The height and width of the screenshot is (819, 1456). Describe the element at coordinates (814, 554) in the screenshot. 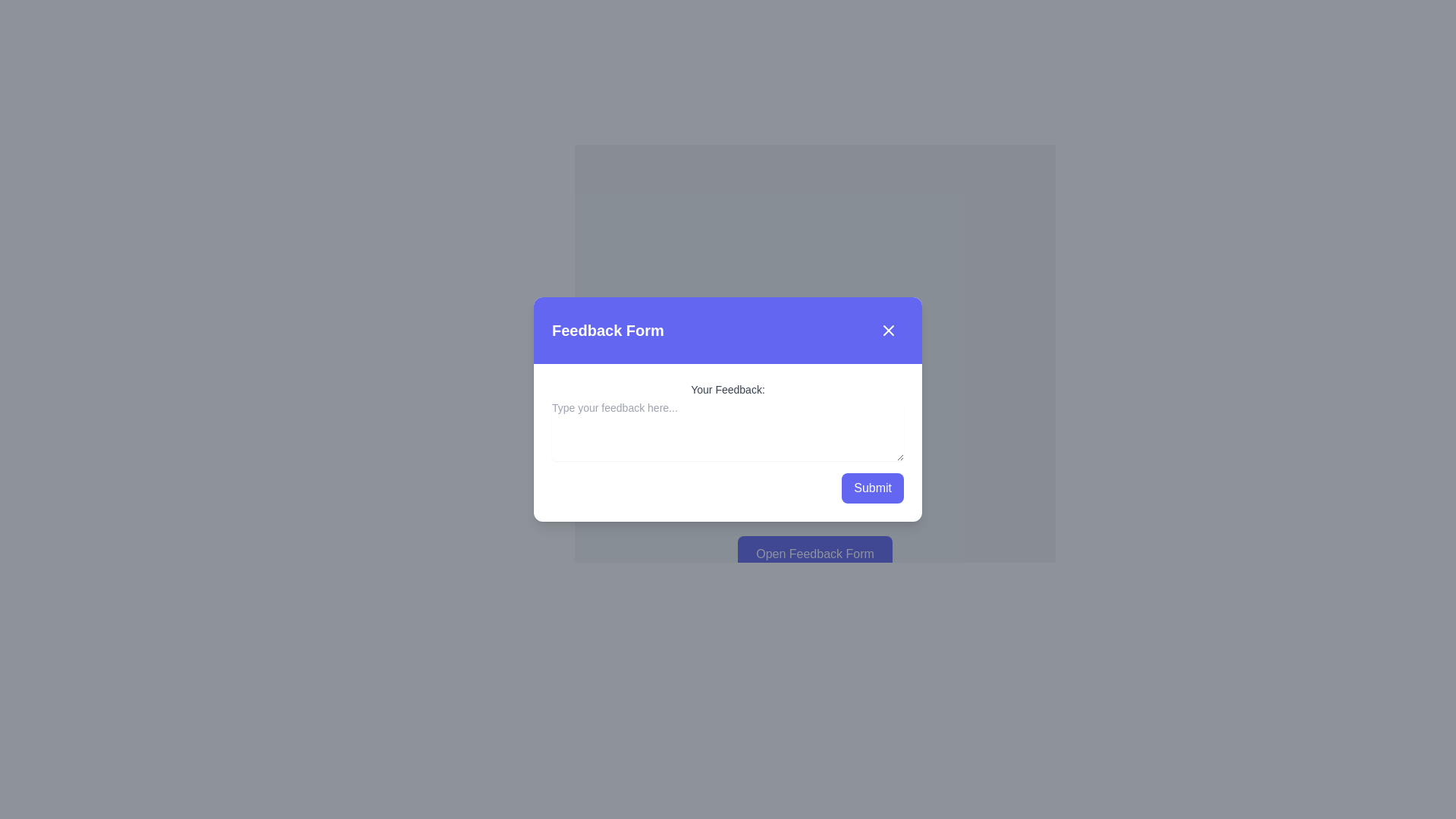

I see `the button that opens the feedback form interface, which is centered horizontally below the 'Feedback Form' dialog` at that location.